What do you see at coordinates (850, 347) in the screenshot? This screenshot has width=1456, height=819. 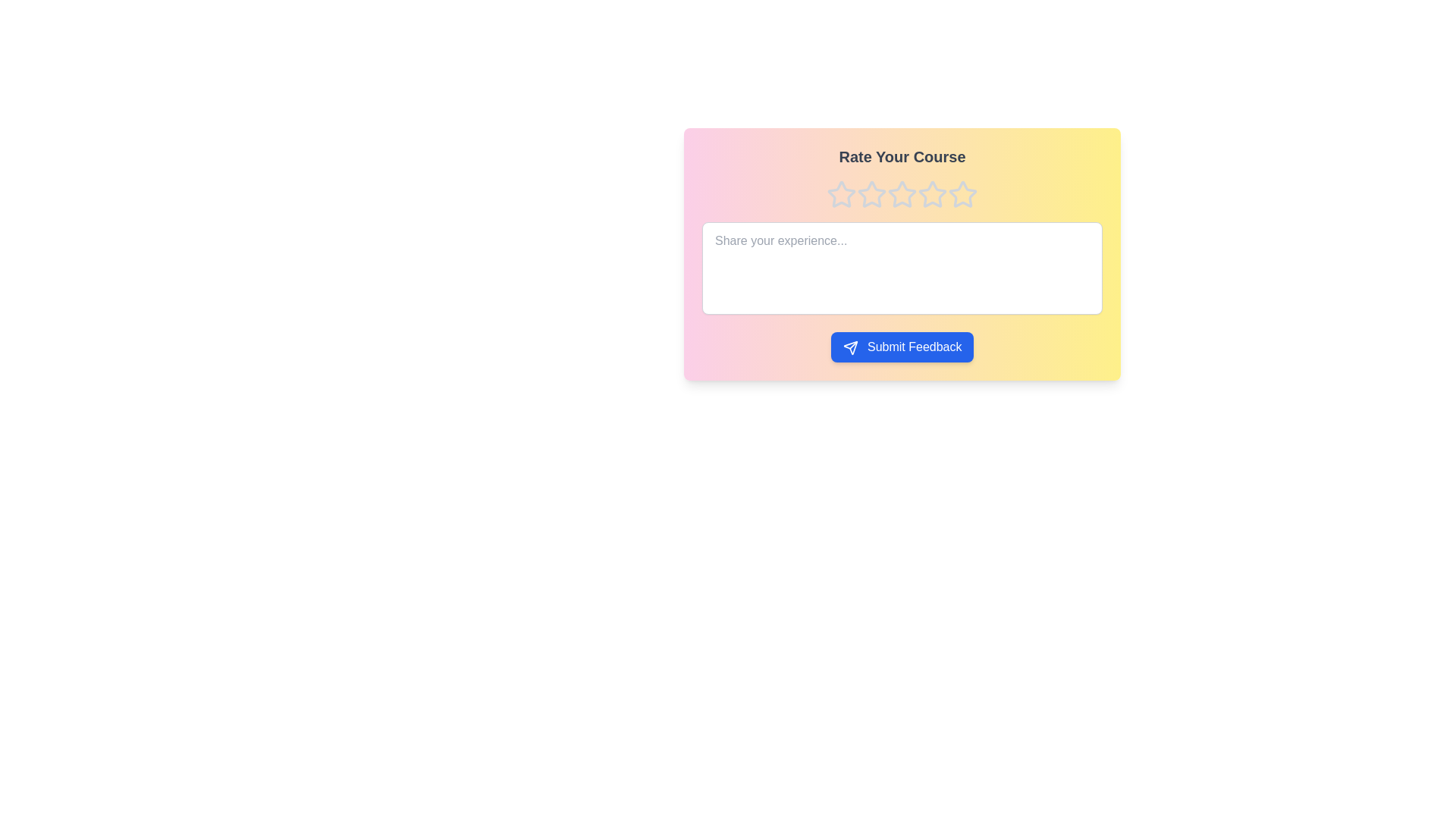 I see `the paper plane icon, which is part of the 'Submit Feedback' blue button, featuring a blue outline on a transparent background` at bounding box center [850, 347].